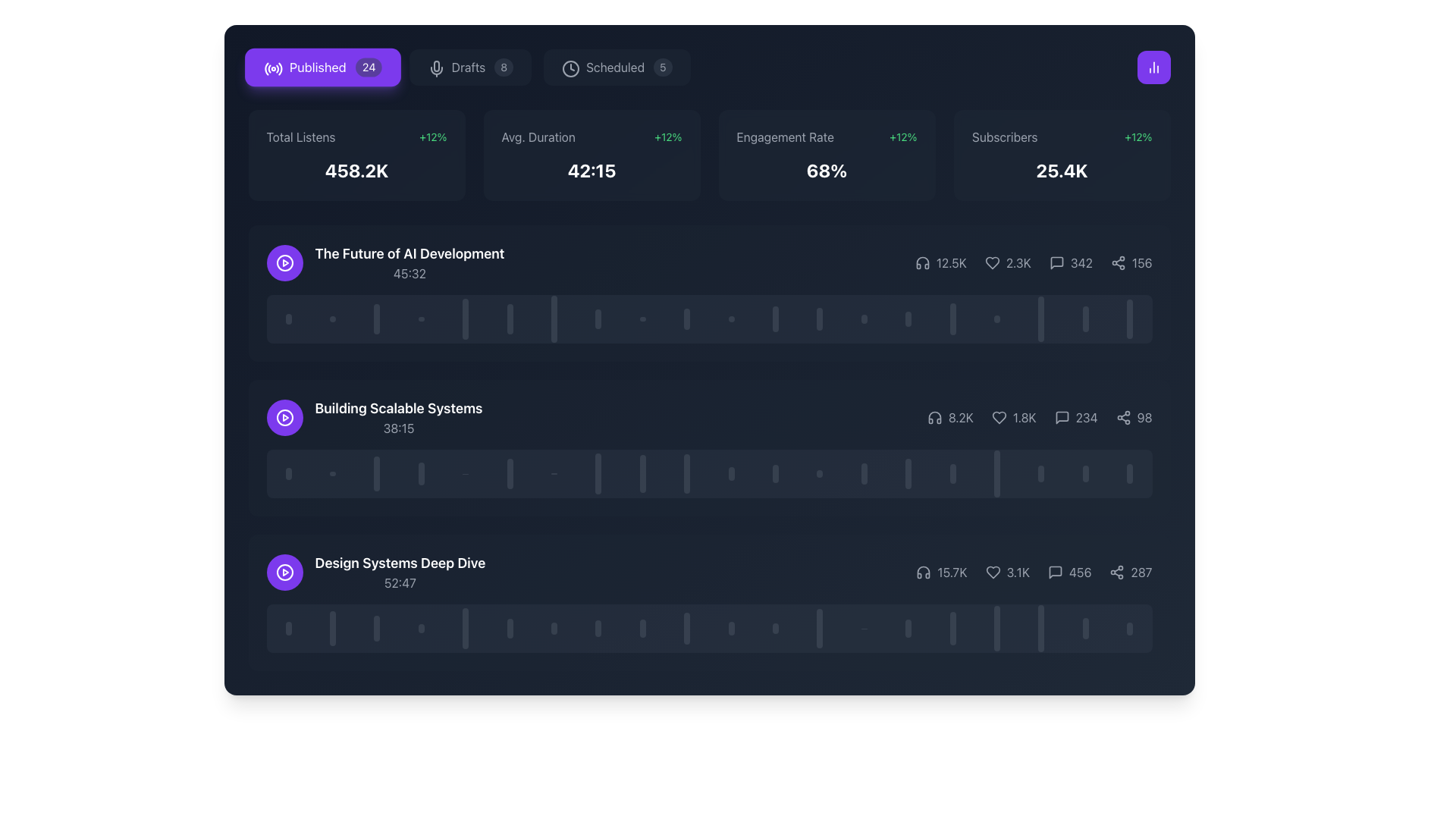  Describe the element at coordinates (469, 66) in the screenshot. I see `the central button in the top section of the interface that navigates to draft-related content` at that location.